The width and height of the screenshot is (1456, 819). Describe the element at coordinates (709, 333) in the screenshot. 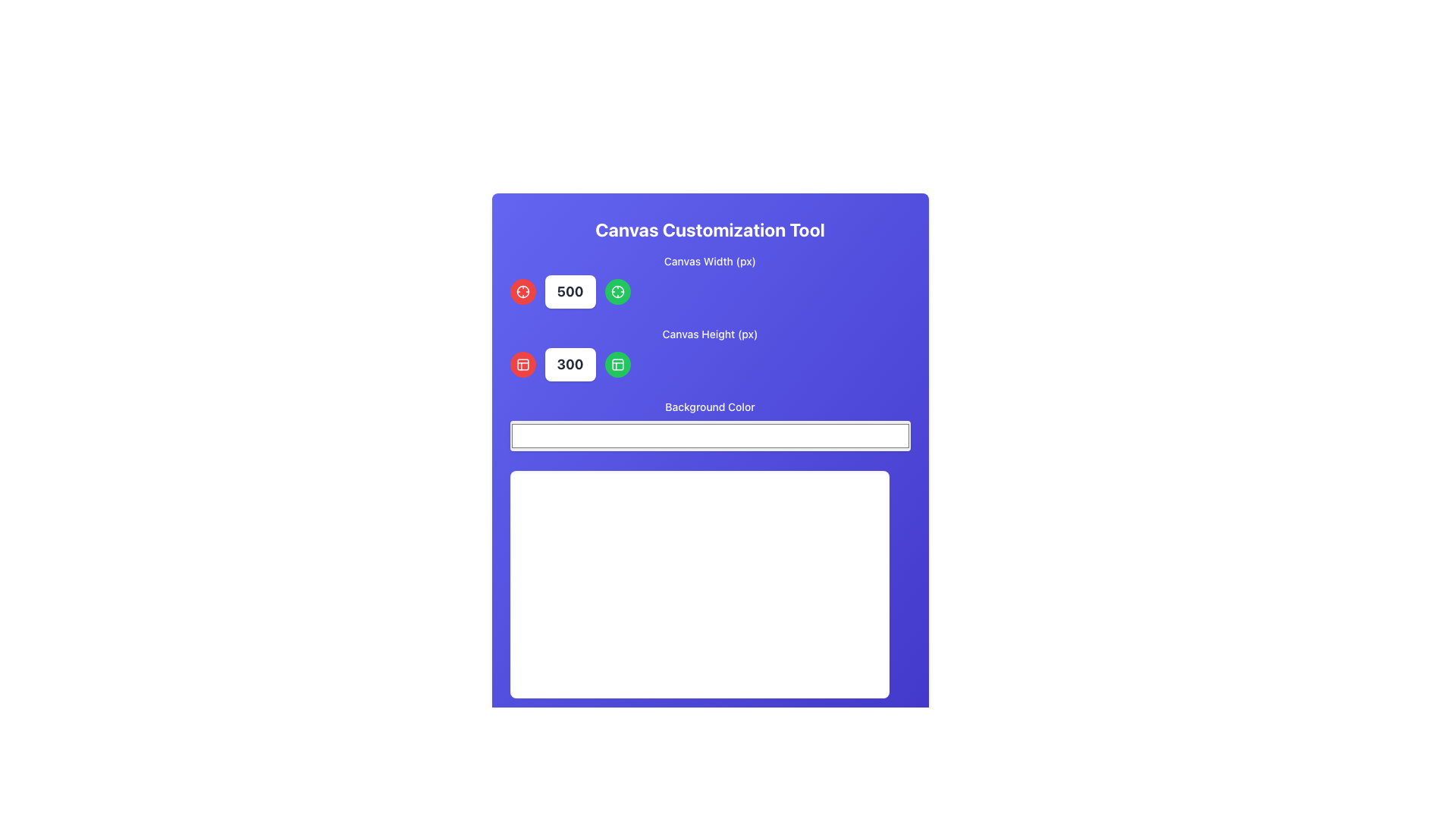

I see `the Text Label that indicates the input field for setting the canvas height in pixels, which is positioned below the 'Canvas Width (px)' section and above the 'Background Color' input area` at that location.